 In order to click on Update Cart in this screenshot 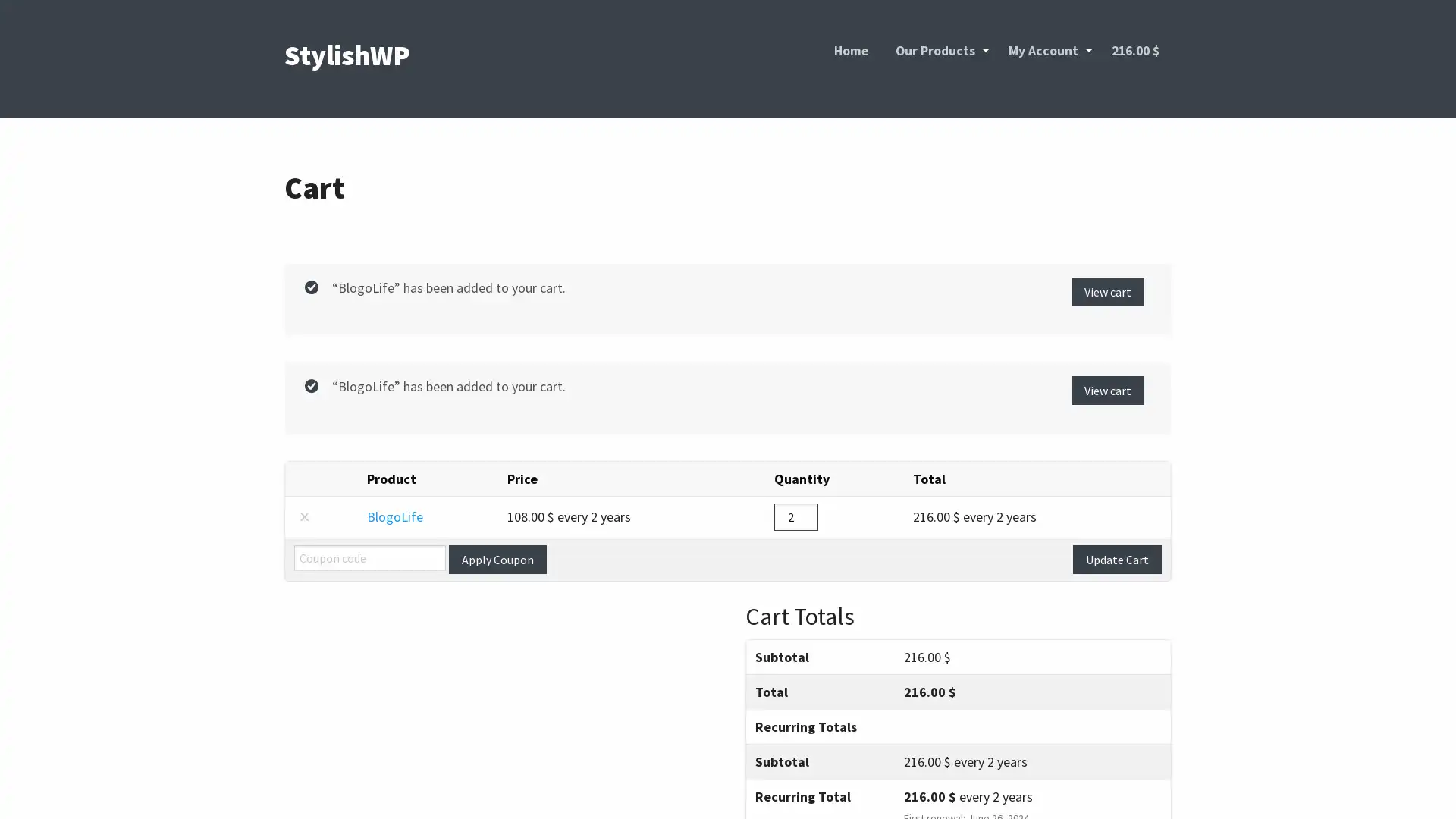, I will do `click(1117, 558)`.